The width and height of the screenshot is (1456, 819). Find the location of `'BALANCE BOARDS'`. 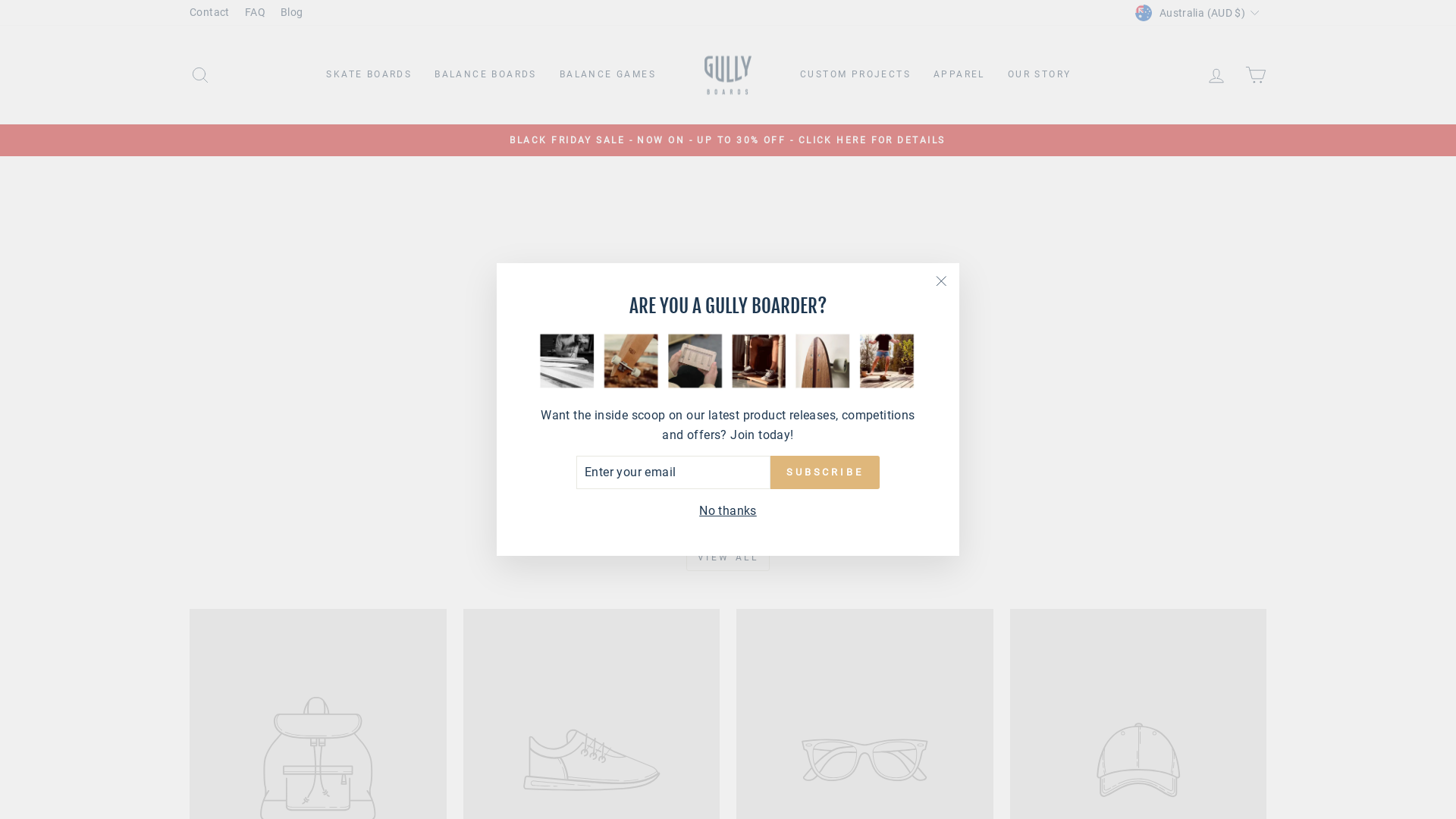

'BALANCE BOARDS' is located at coordinates (422, 75).